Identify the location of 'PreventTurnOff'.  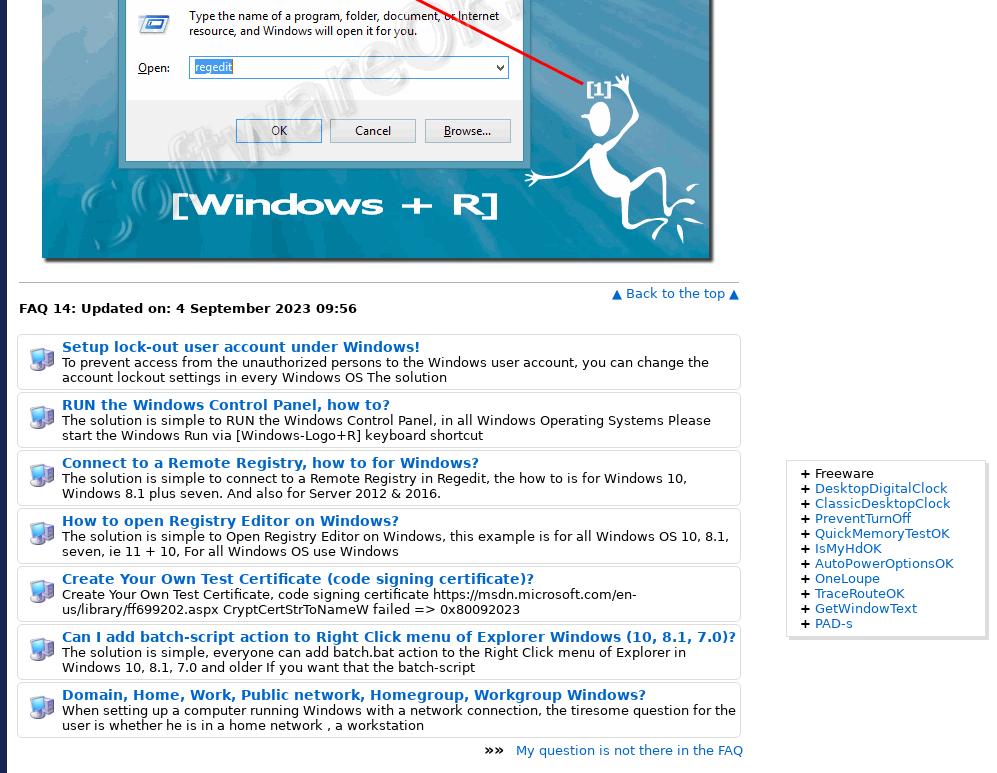
(862, 517).